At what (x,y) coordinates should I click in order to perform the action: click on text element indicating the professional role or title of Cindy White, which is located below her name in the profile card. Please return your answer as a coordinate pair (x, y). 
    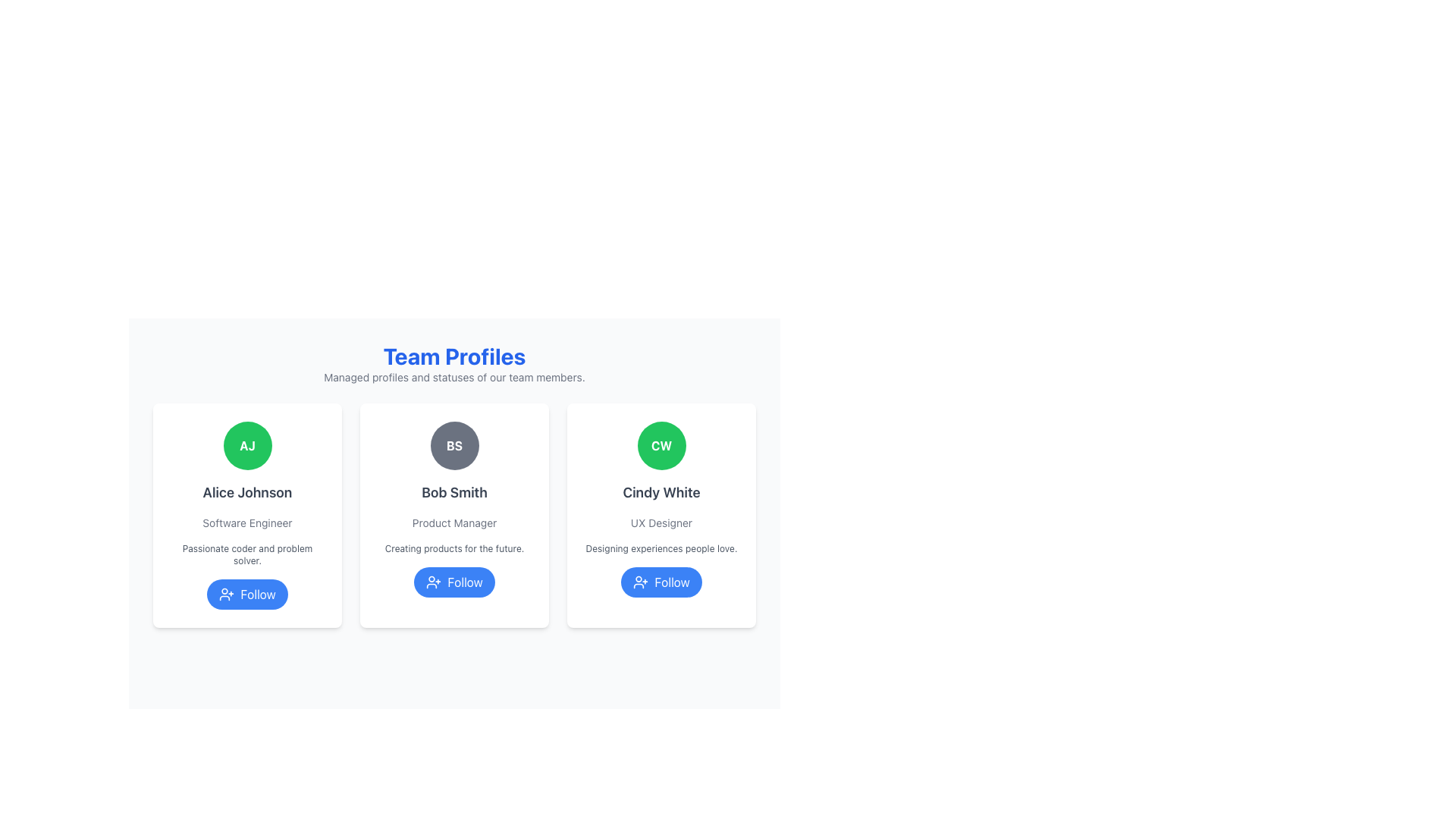
    Looking at the image, I should click on (661, 522).